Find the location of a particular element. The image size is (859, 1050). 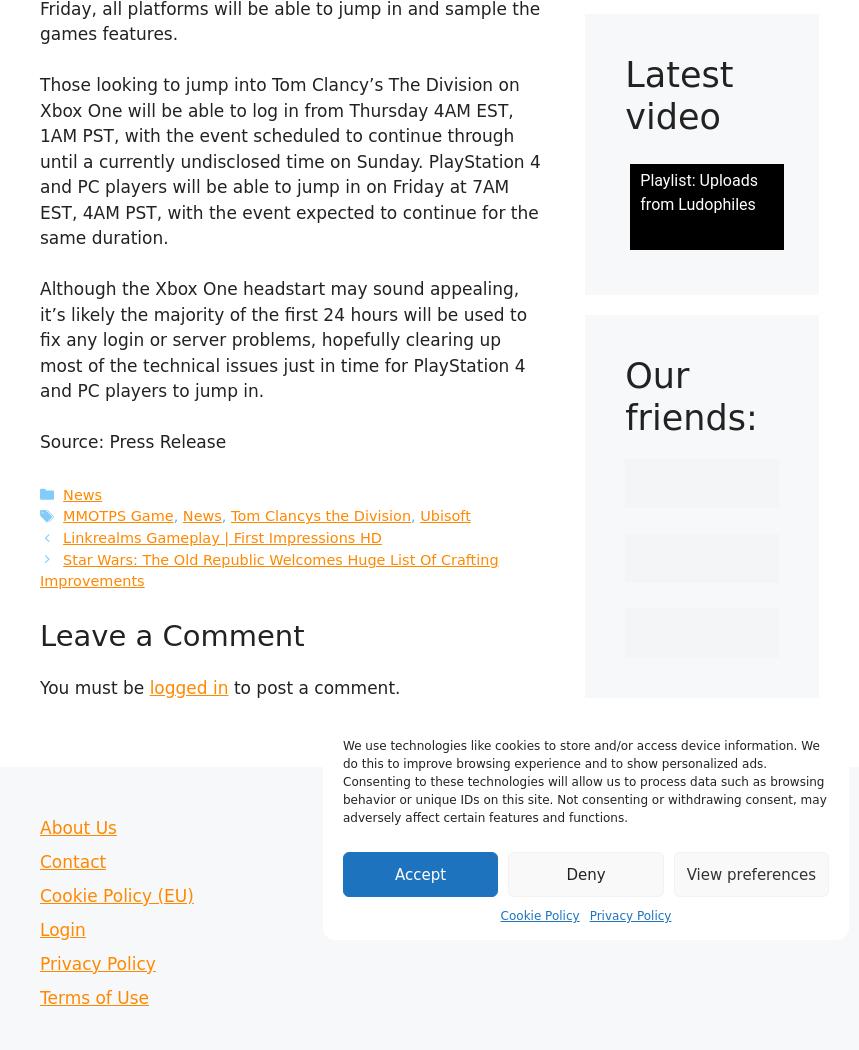

'Source: Press Release' is located at coordinates (132, 441).